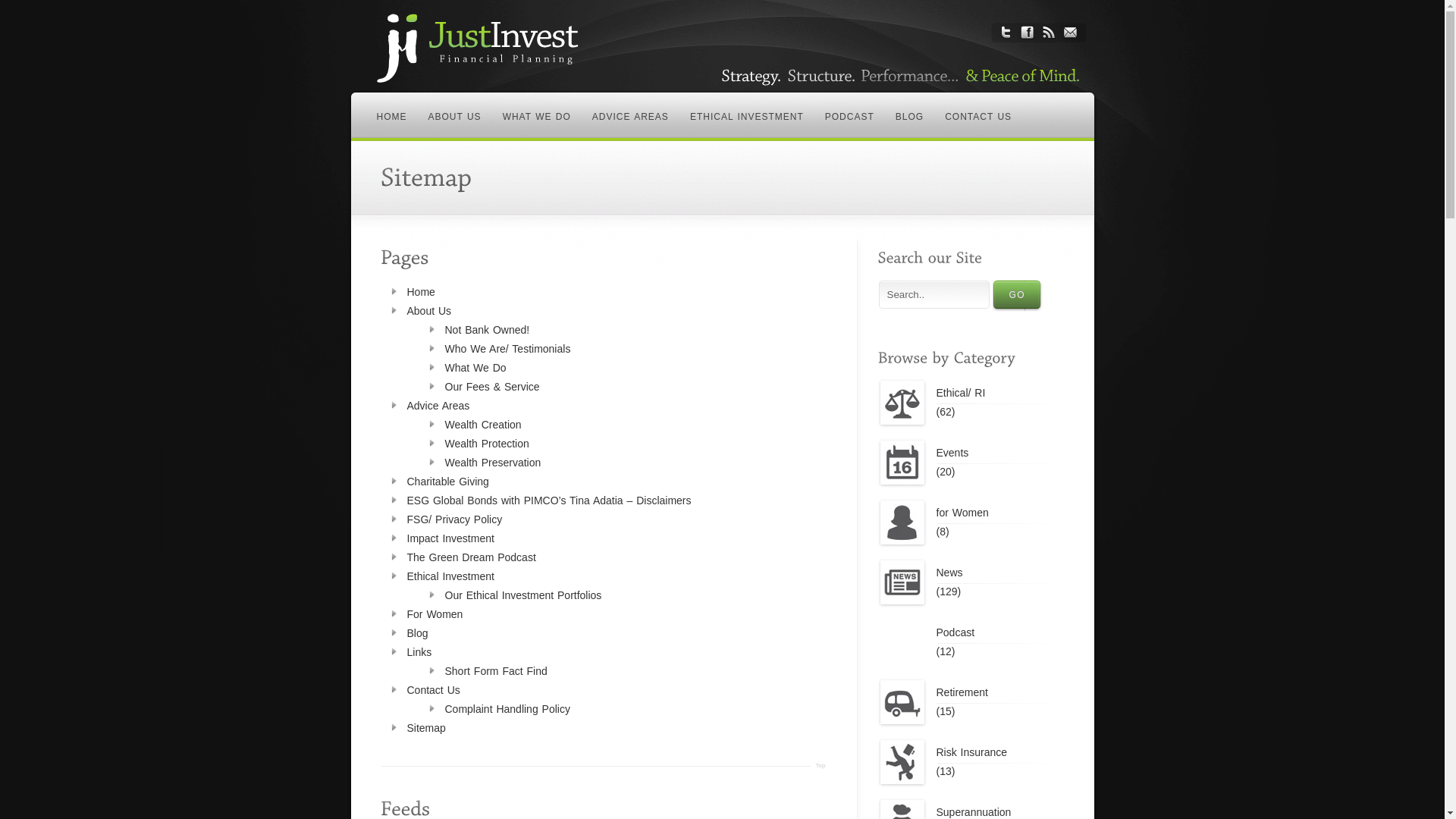 Image resolution: width=1456 pixels, height=819 pixels. What do you see at coordinates (406, 576) in the screenshot?
I see `'Ethical Investment'` at bounding box center [406, 576].